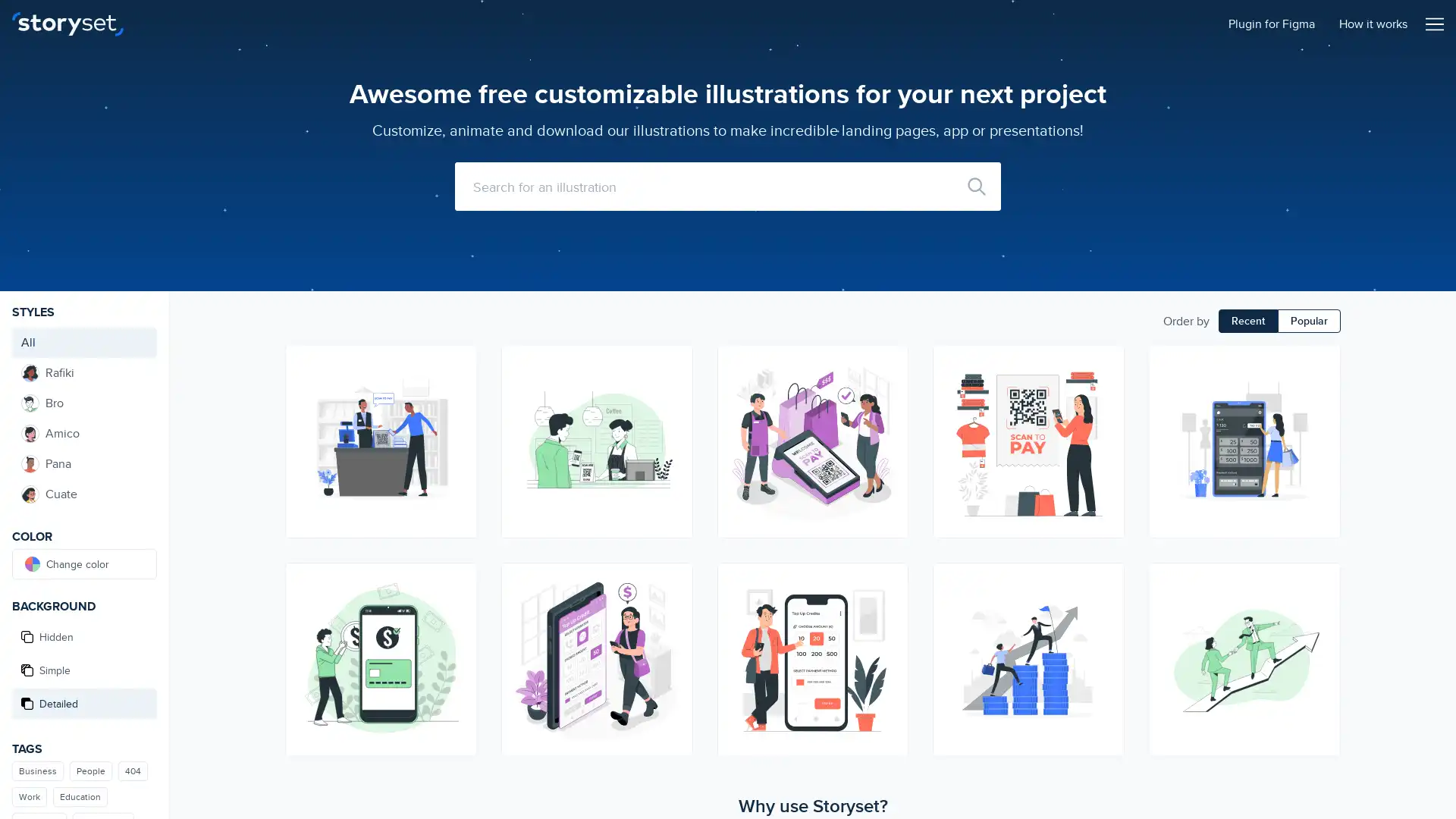 The height and width of the screenshot is (819, 1456). What do you see at coordinates (1248, 320) in the screenshot?
I see `Recent` at bounding box center [1248, 320].